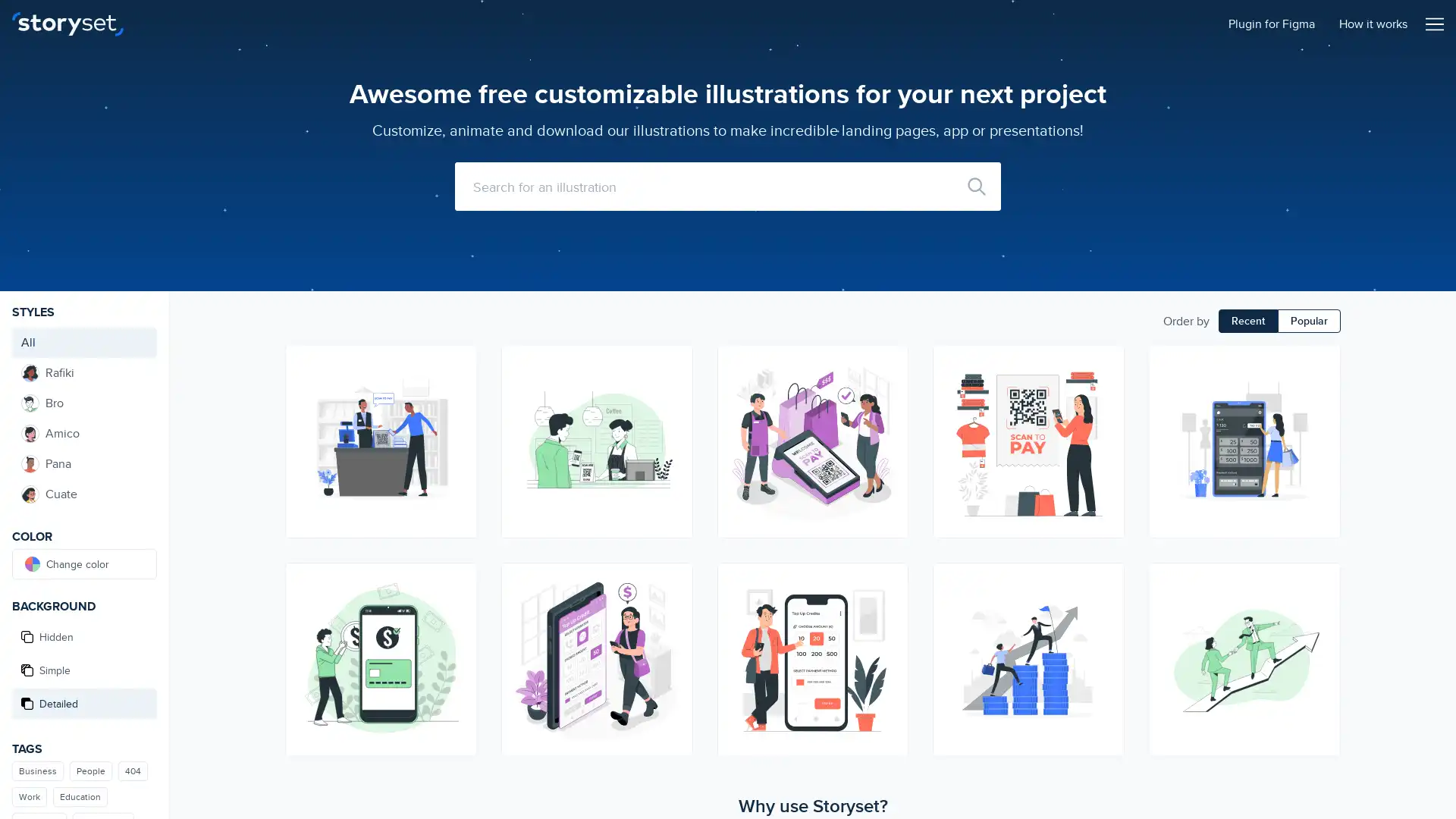 The height and width of the screenshot is (819, 1456). What do you see at coordinates (1248, 320) in the screenshot?
I see `Recent` at bounding box center [1248, 320].